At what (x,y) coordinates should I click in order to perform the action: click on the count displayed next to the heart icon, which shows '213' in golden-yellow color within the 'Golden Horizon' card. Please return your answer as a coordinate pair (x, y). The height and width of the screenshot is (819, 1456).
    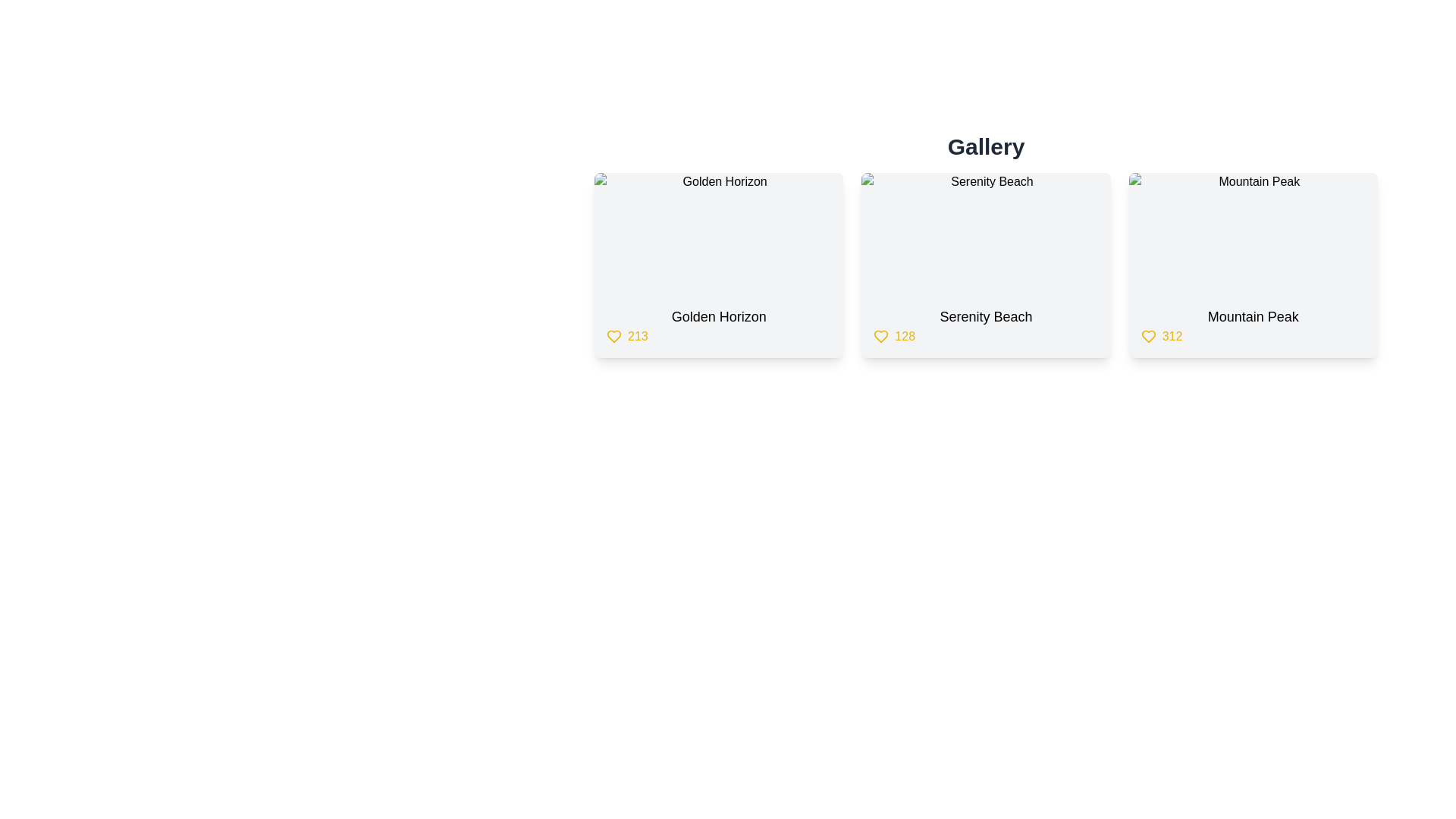
    Looking at the image, I should click on (718, 335).